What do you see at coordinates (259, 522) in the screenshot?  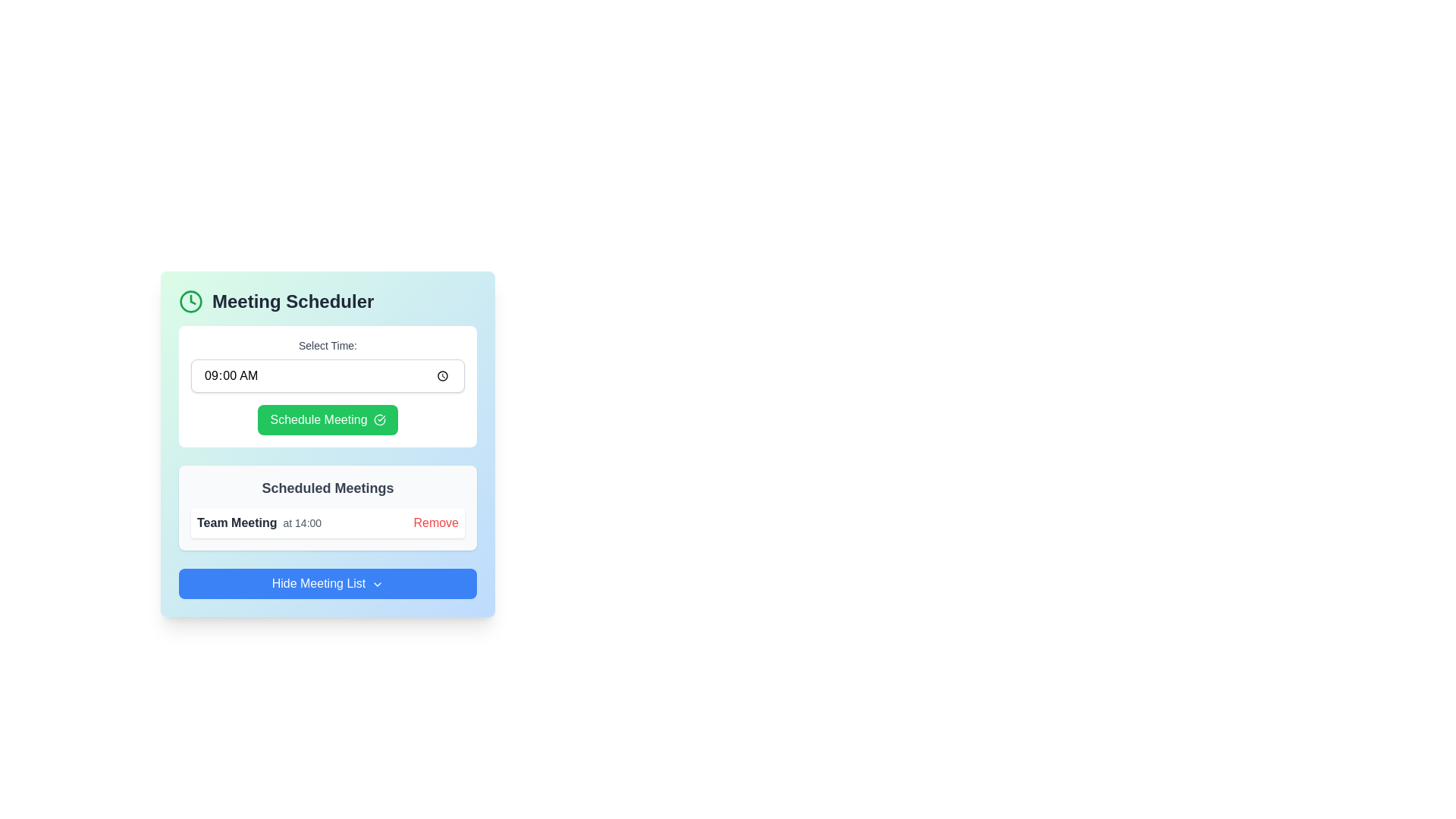 I see `text label 'Team Meeting at 14:00' located in the 'Scheduled Meetings' section, positioned to the left of the red 'Remove' button` at bounding box center [259, 522].